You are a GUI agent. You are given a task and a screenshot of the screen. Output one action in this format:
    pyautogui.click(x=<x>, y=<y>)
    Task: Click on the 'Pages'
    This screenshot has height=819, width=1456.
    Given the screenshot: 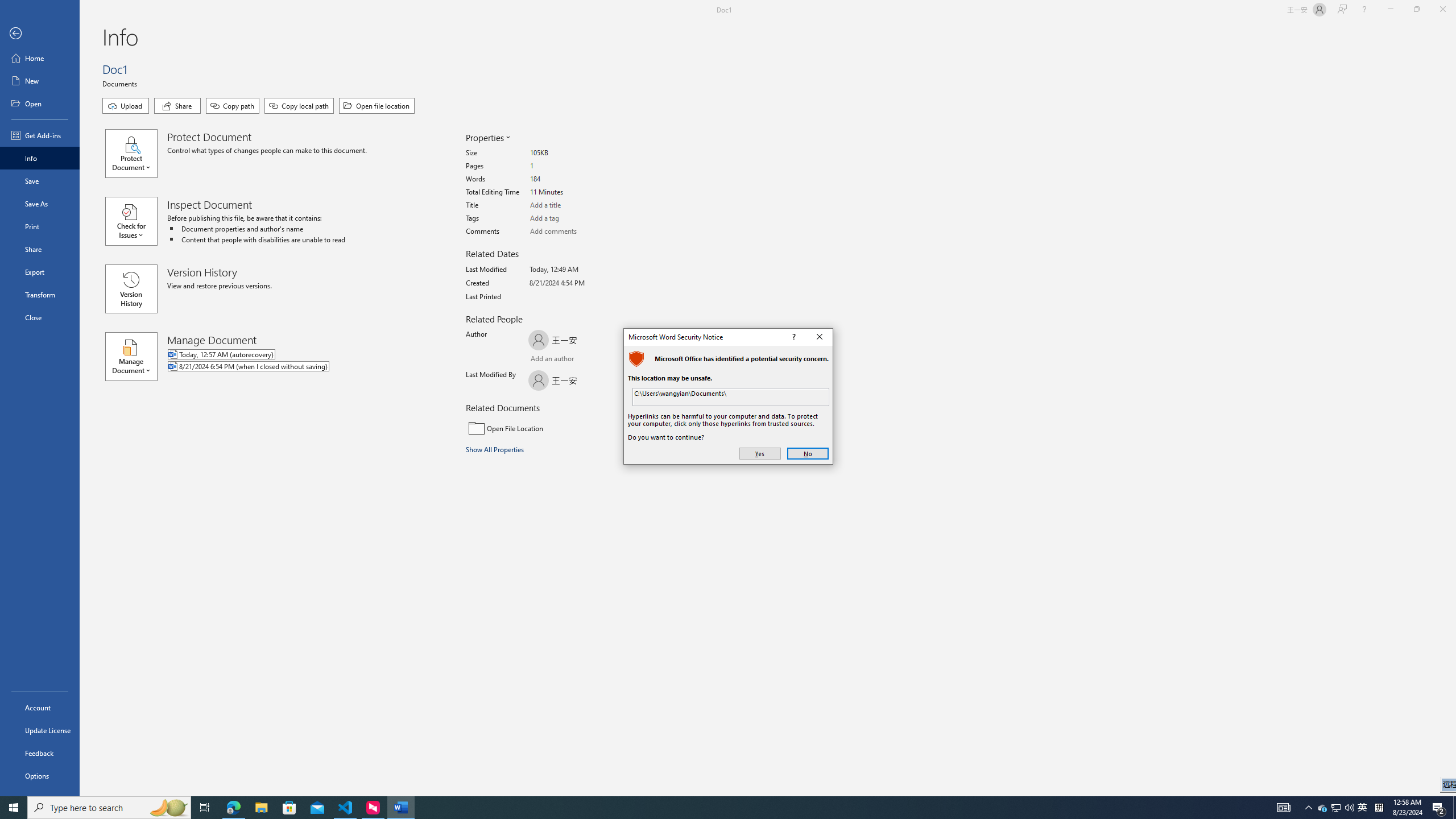 What is the action you would take?
    pyautogui.click(x=572, y=166)
    